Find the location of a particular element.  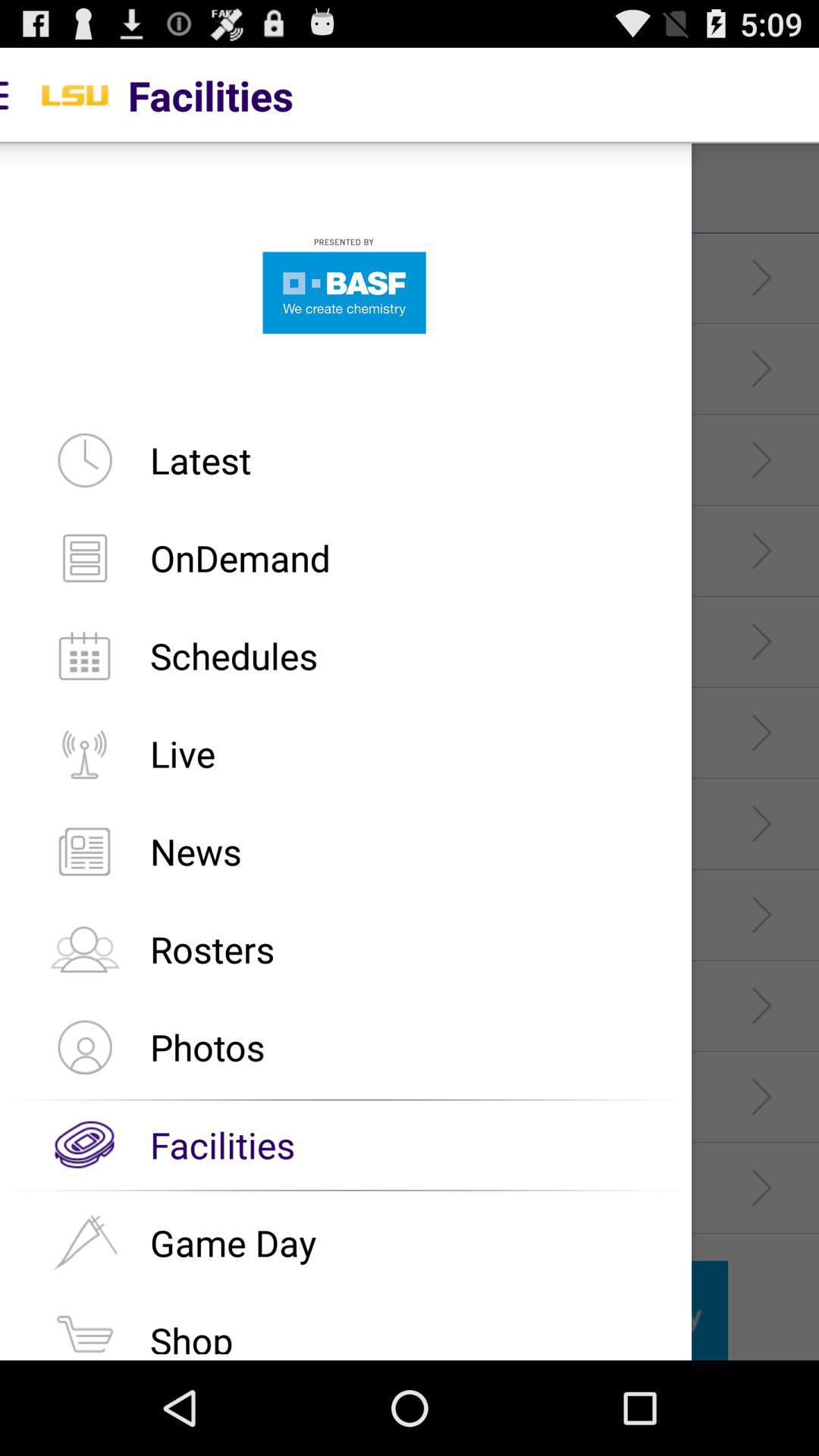

the watch icon beside latest is located at coordinates (84, 459).